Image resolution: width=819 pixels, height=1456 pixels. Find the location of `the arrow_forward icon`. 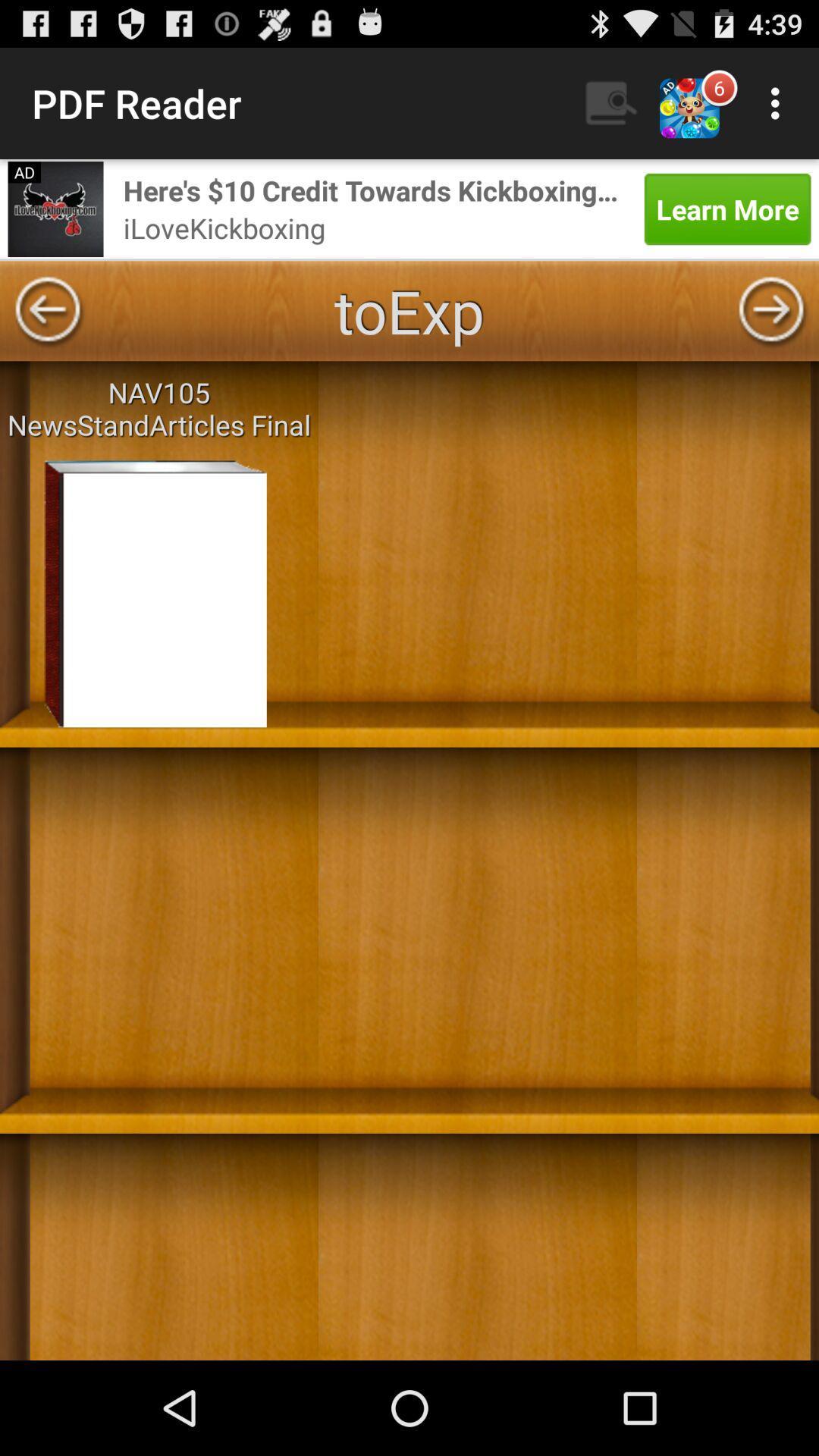

the arrow_forward icon is located at coordinates (771, 332).